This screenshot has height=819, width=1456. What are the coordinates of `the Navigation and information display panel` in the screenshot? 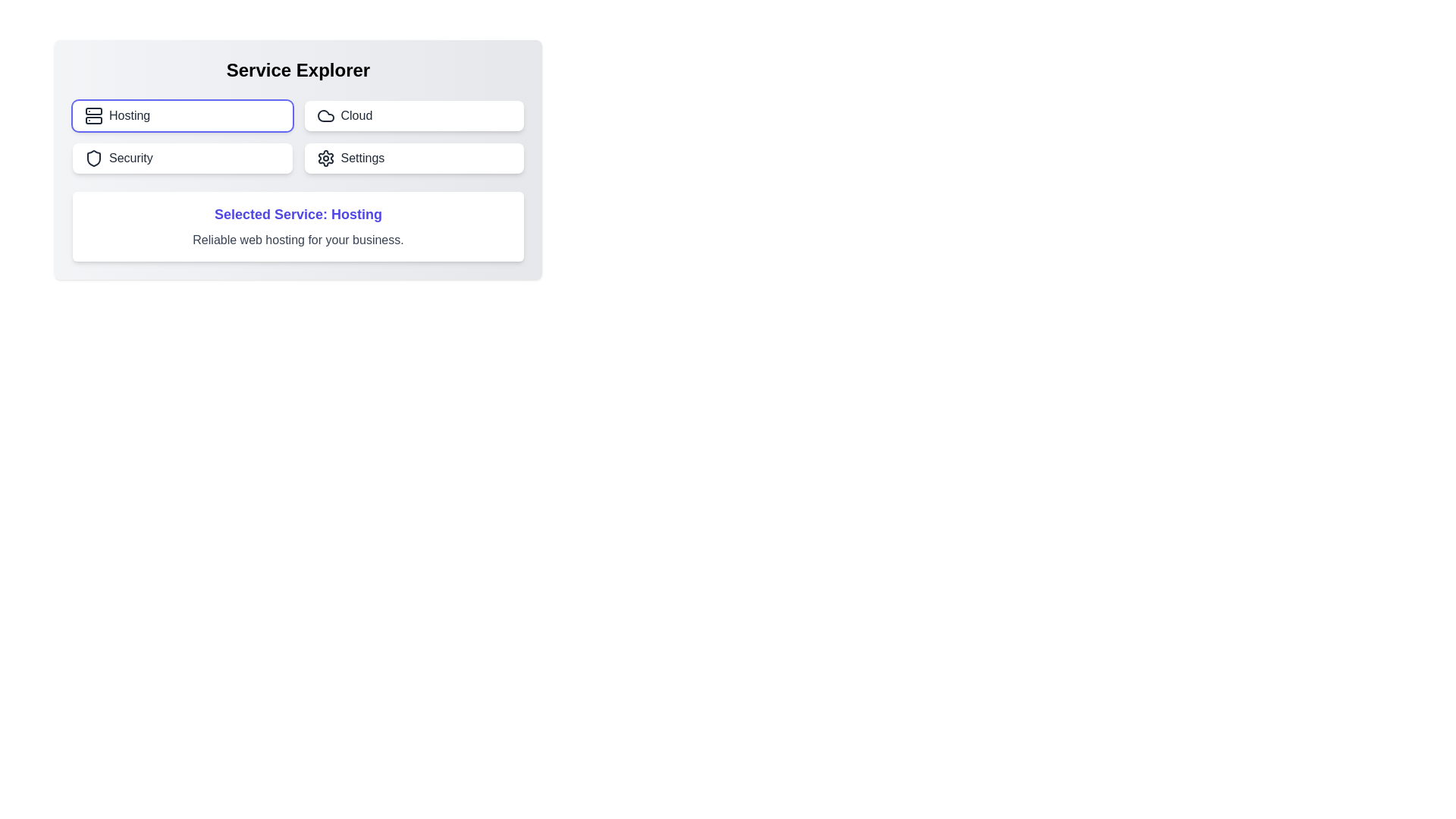 It's located at (298, 160).